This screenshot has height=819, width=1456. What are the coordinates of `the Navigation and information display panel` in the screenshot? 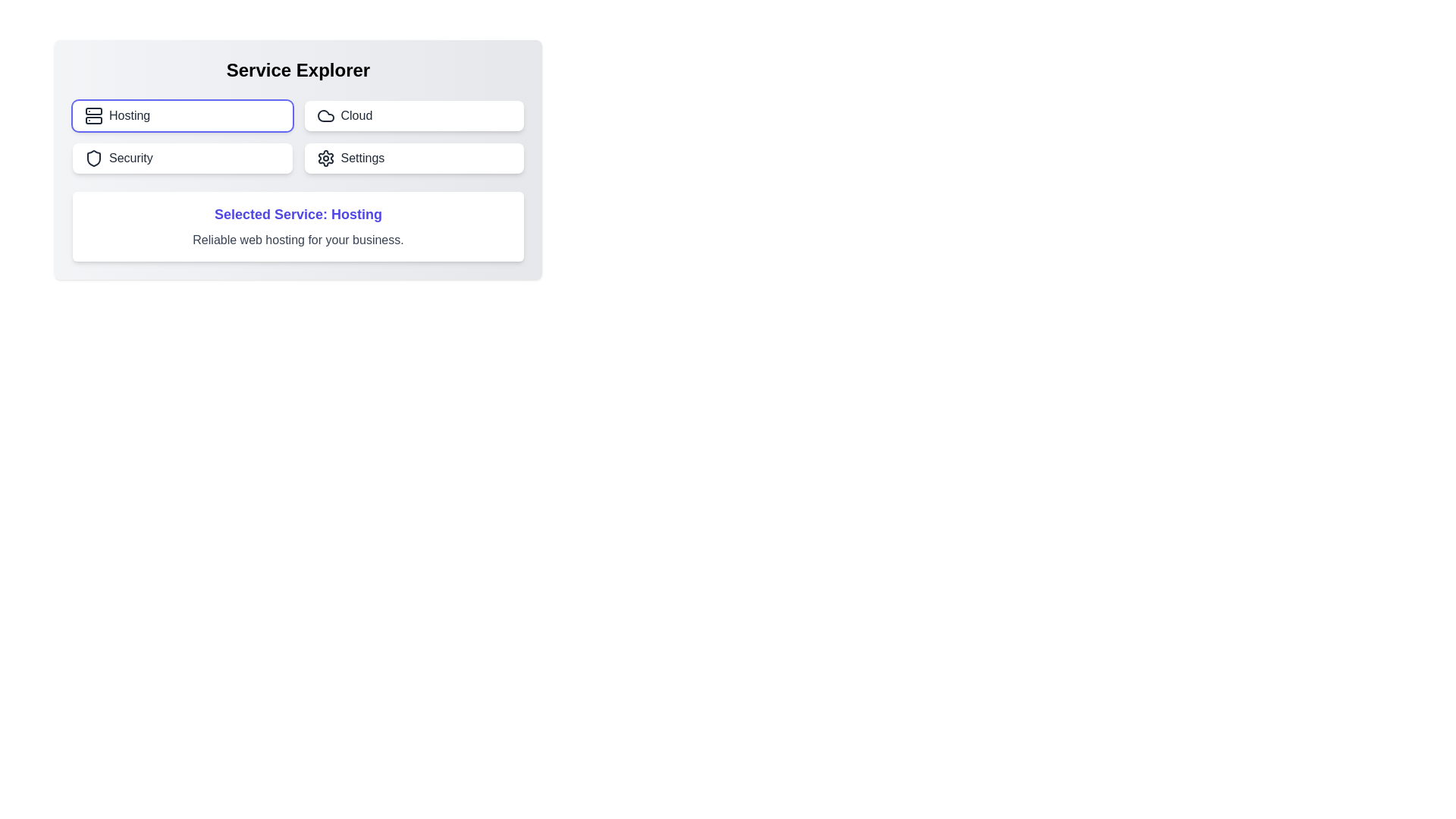 It's located at (298, 160).